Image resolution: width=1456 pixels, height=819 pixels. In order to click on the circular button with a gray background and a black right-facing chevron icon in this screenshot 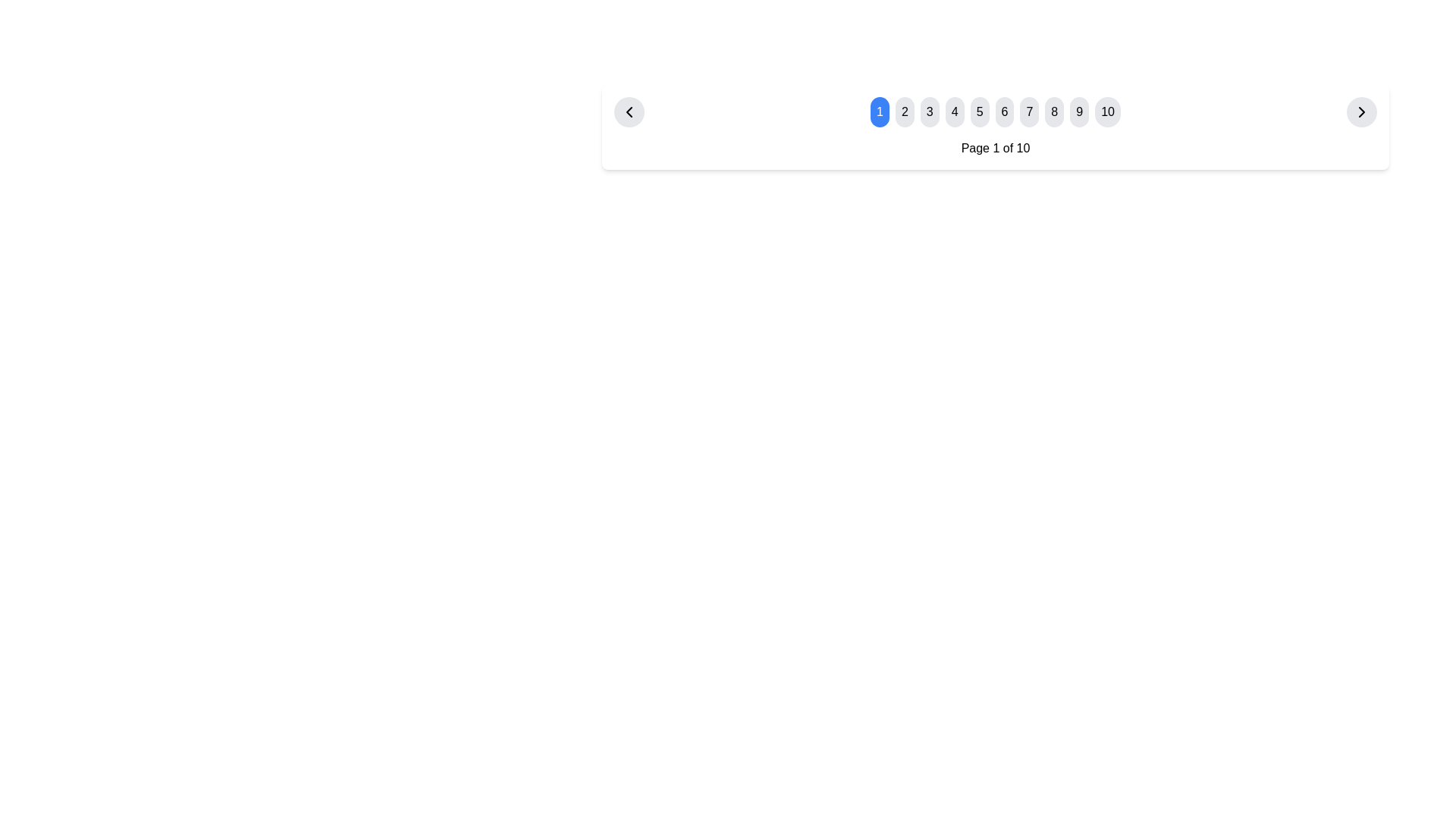, I will do `click(1361, 111)`.